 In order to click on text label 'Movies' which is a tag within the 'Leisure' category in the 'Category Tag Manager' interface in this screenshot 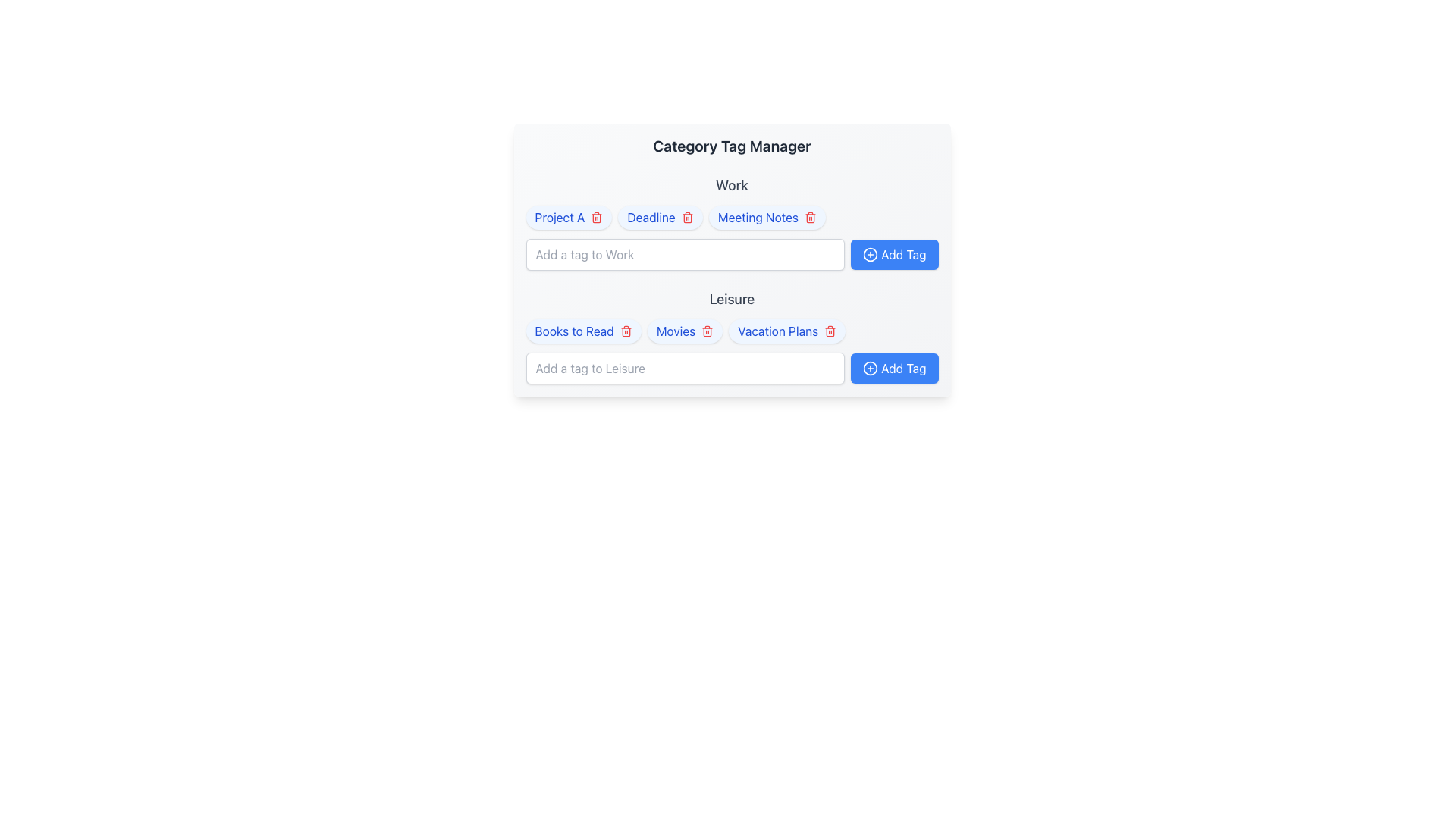, I will do `click(675, 330)`.